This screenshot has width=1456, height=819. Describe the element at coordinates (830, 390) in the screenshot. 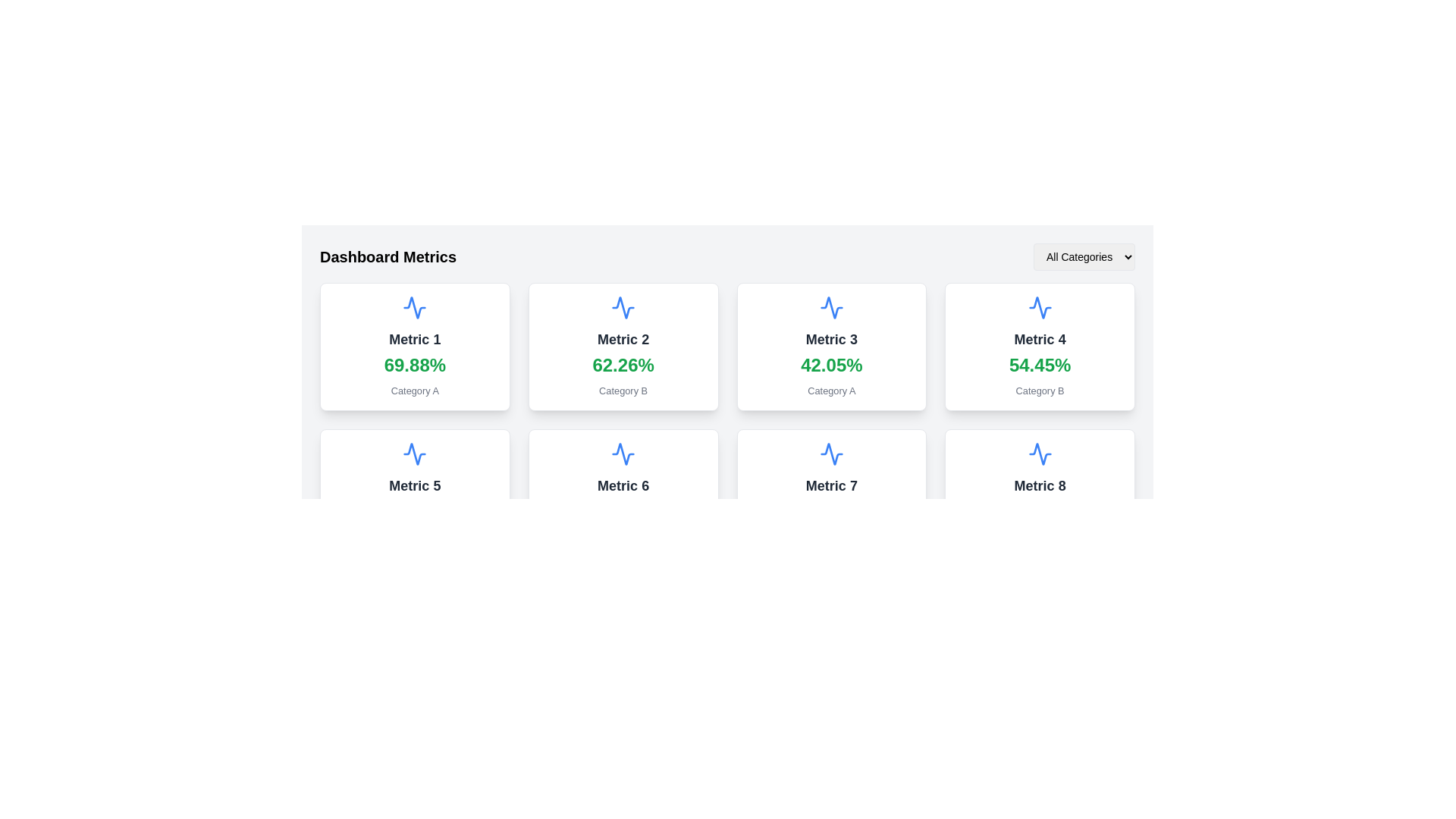

I see `the text label displaying 'Category A' located beneath the bold green percentage value '42.05%' in the 'Metric 3' card on the dashboard interface` at that location.